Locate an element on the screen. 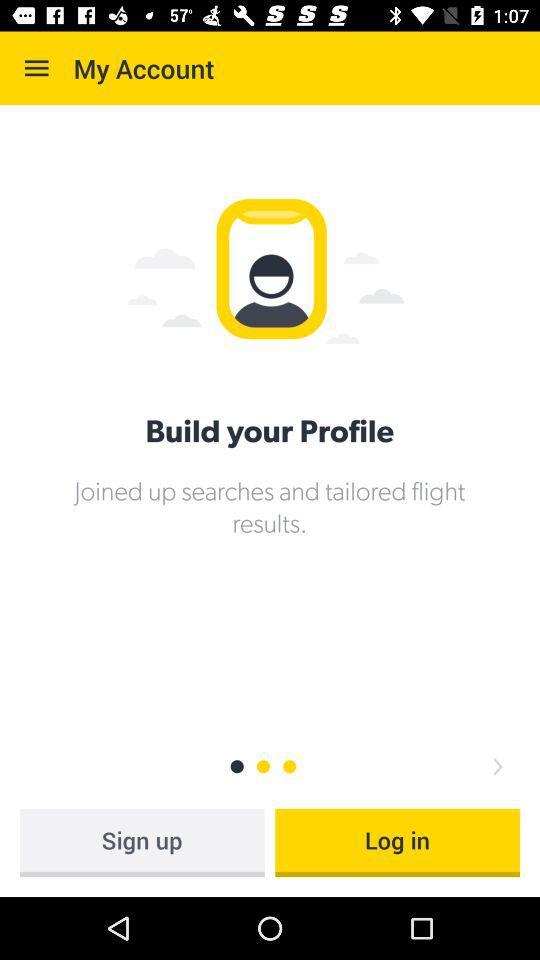 The height and width of the screenshot is (960, 540). the icon to the left of the log in icon is located at coordinates (141, 841).